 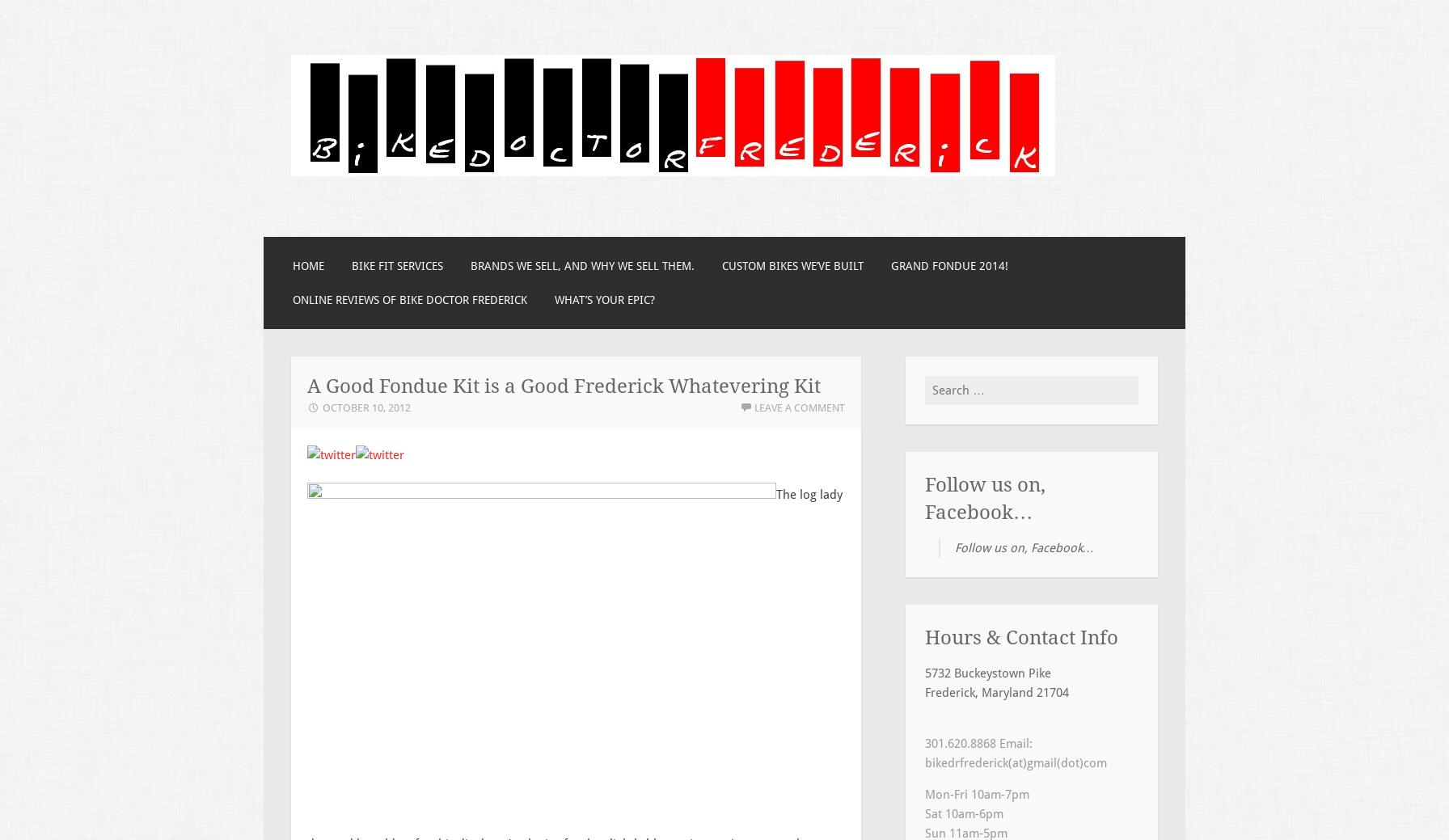 What do you see at coordinates (721, 266) in the screenshot?
I see `'Custom bikes we’ve built'` at bounding box center [721, 266].